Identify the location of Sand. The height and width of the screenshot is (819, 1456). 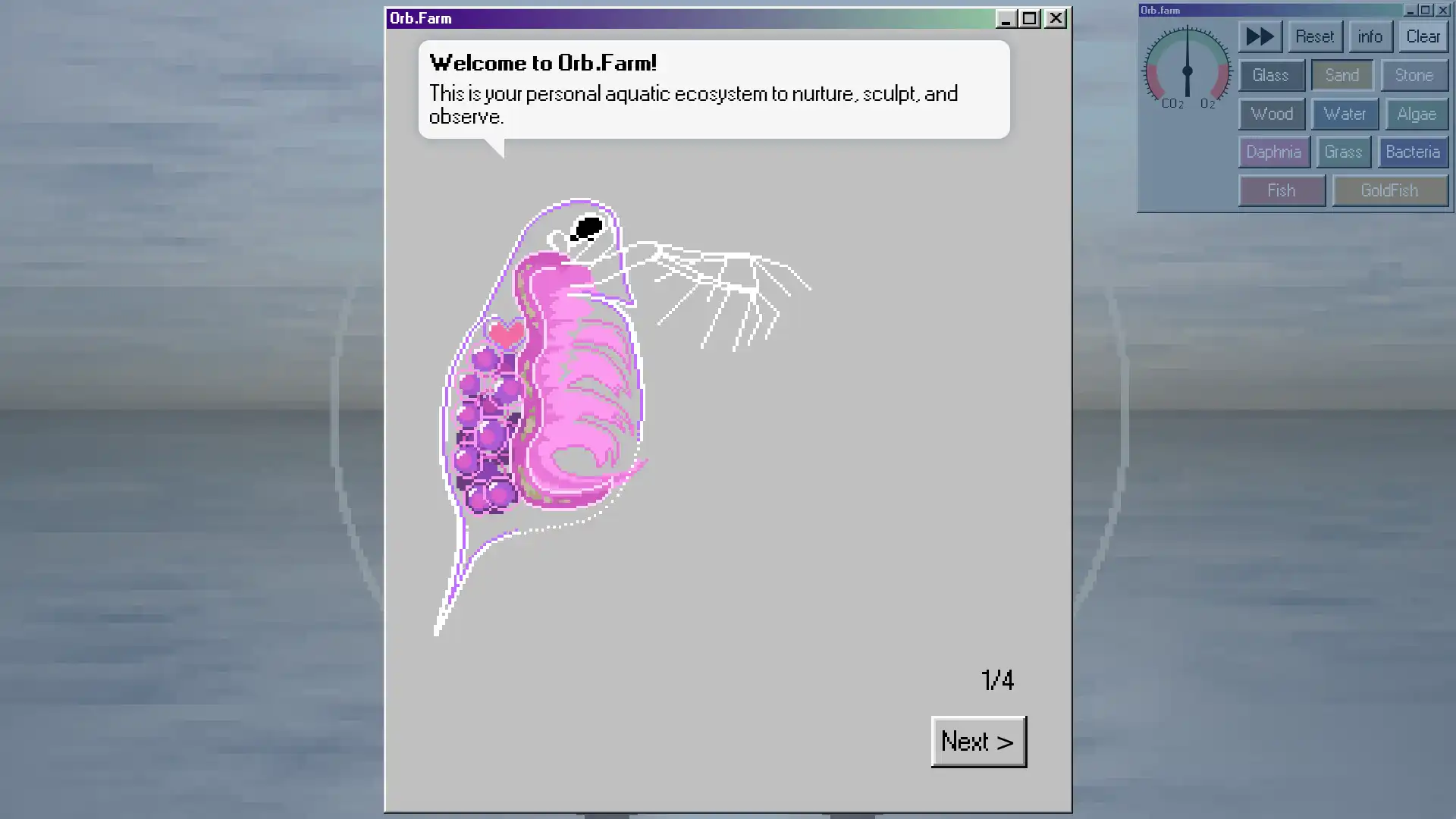
(715, 39).